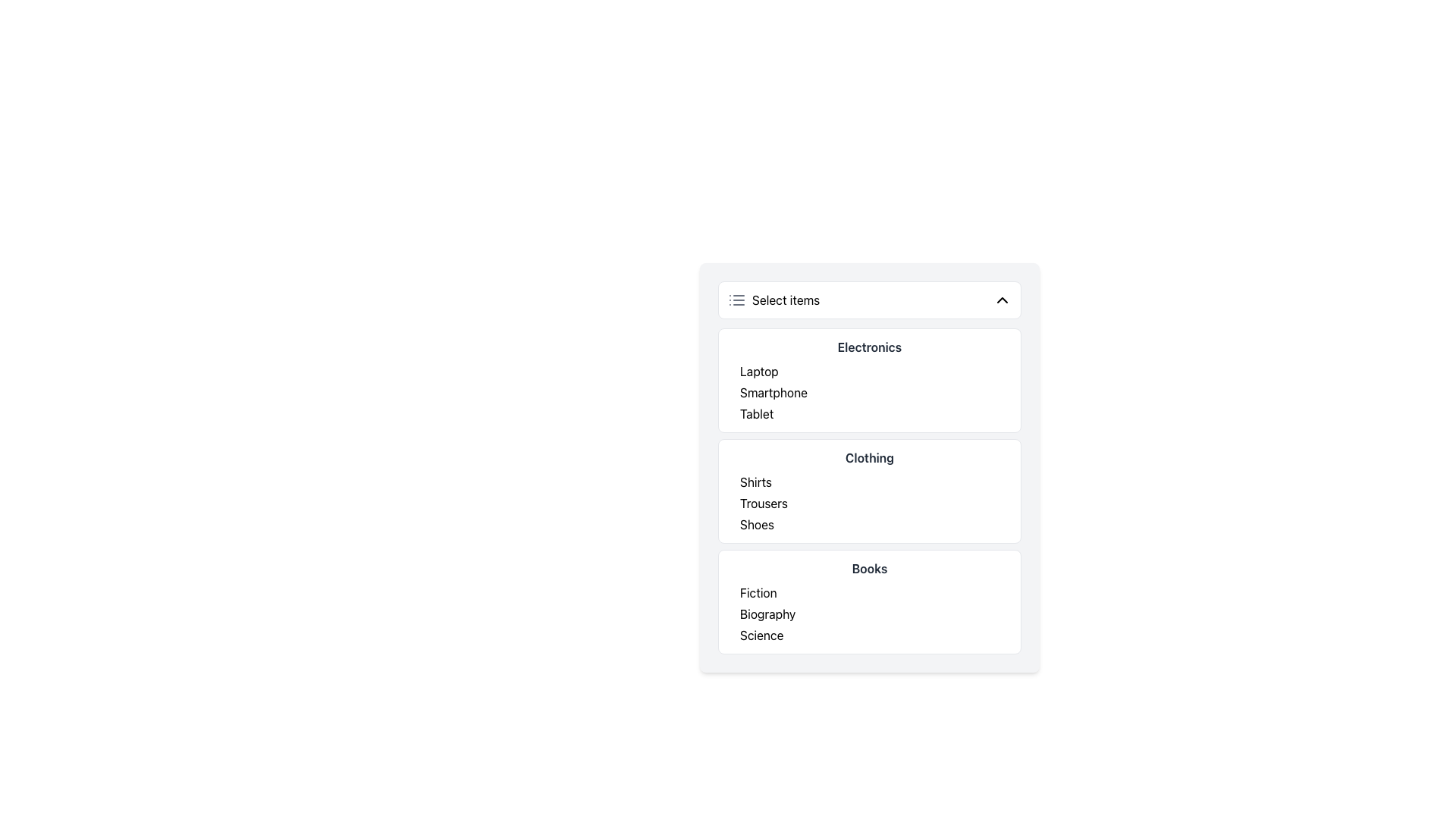 This screenshot has width=1456, height=819. I want to click on the 'Clothing' text label which is styled in bold dark gray font and located in the middle white box of three, above 'Books' and below 'Electronics', so click(870, 457).